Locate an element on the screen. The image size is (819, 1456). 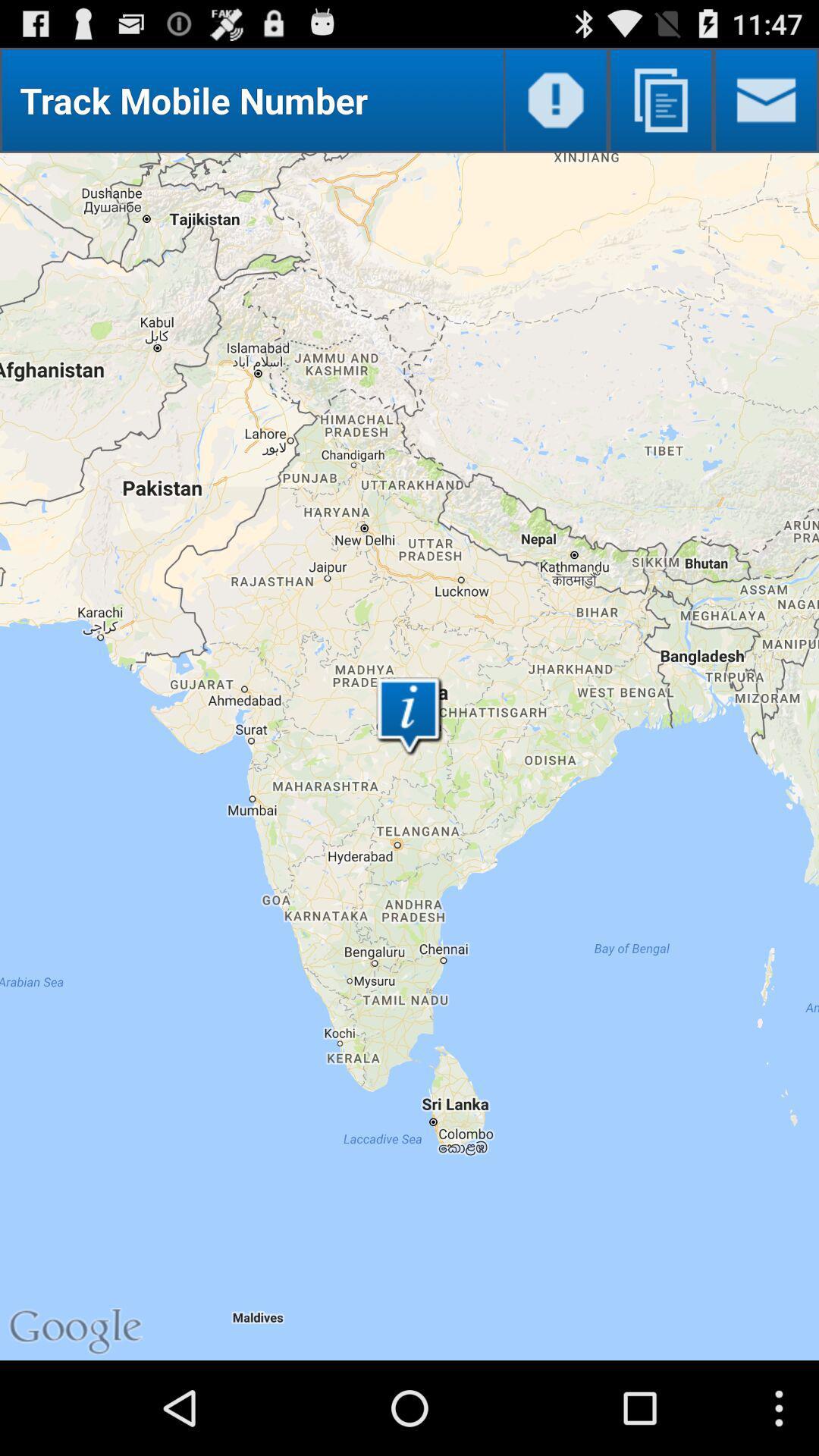
stop is located at coordinates (556, 99).